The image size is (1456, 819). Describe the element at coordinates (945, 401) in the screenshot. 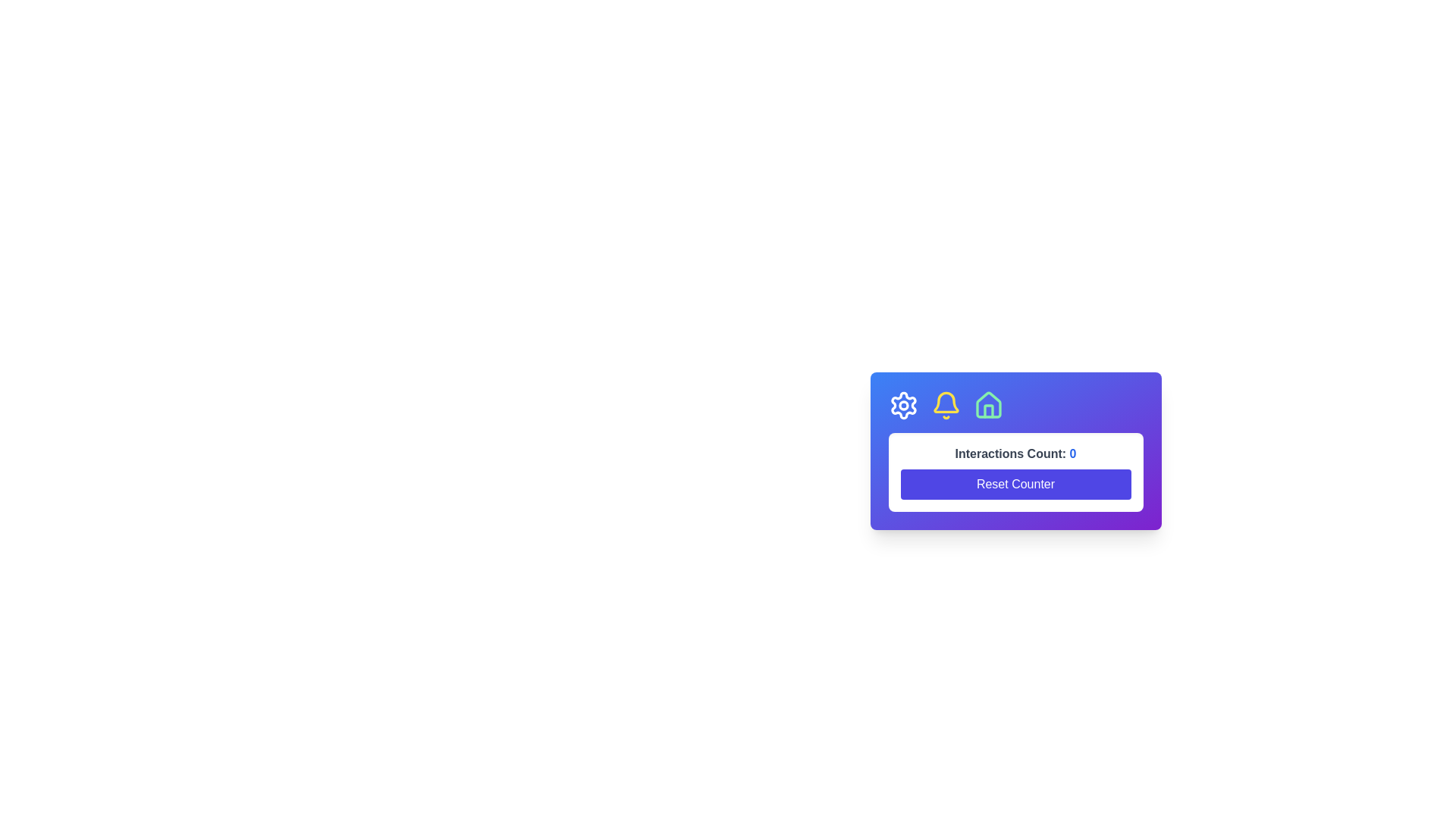

I see `the bell icon, which is the second icon from the left in a row of three icons at the top of the interface card` at that location.